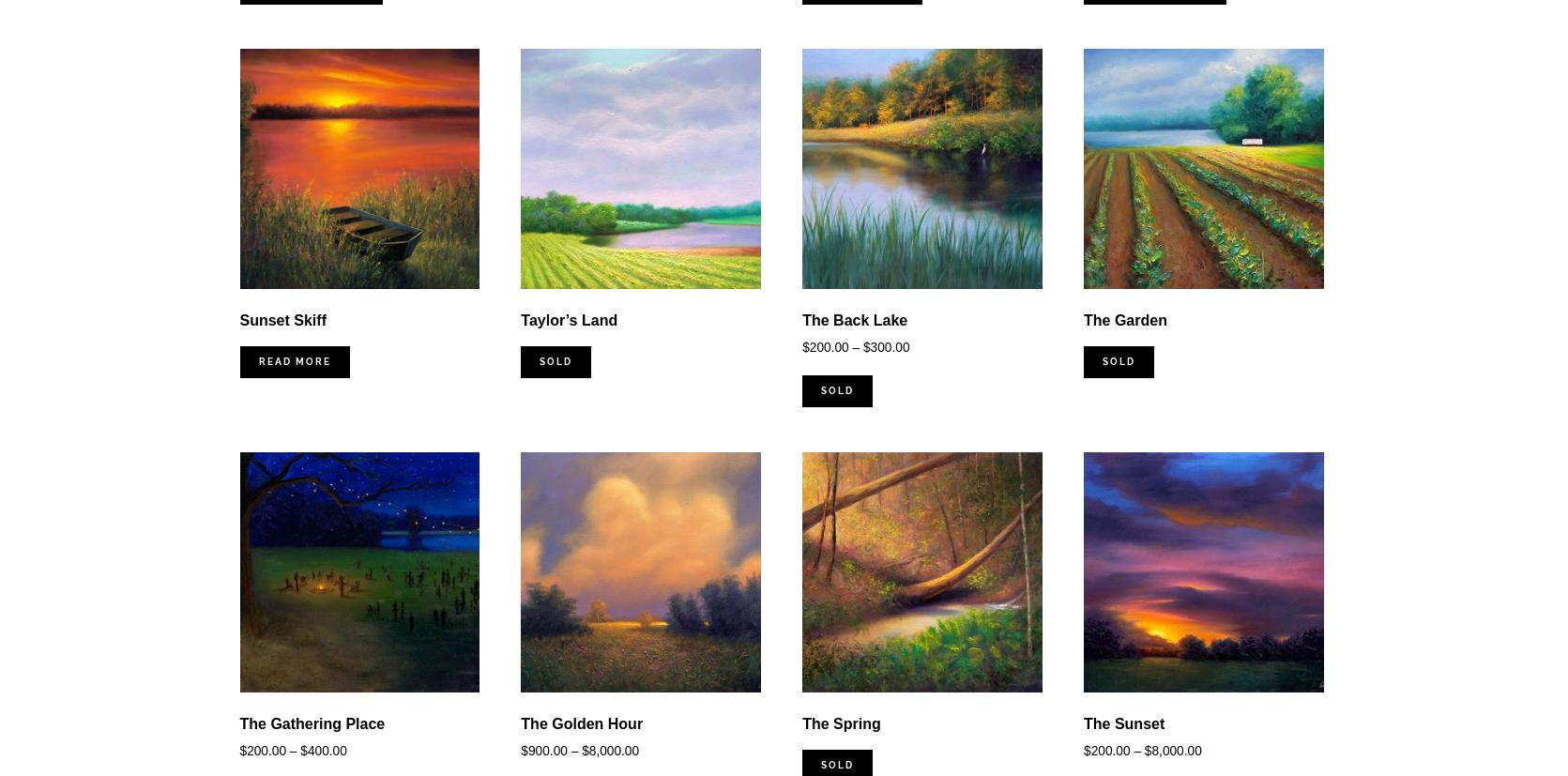 Image resolution: width=1568 pixels, height=776 pixels. Describe the element at coordinates (547, 750) in the screenshot. I see `'900.00'` at that location.